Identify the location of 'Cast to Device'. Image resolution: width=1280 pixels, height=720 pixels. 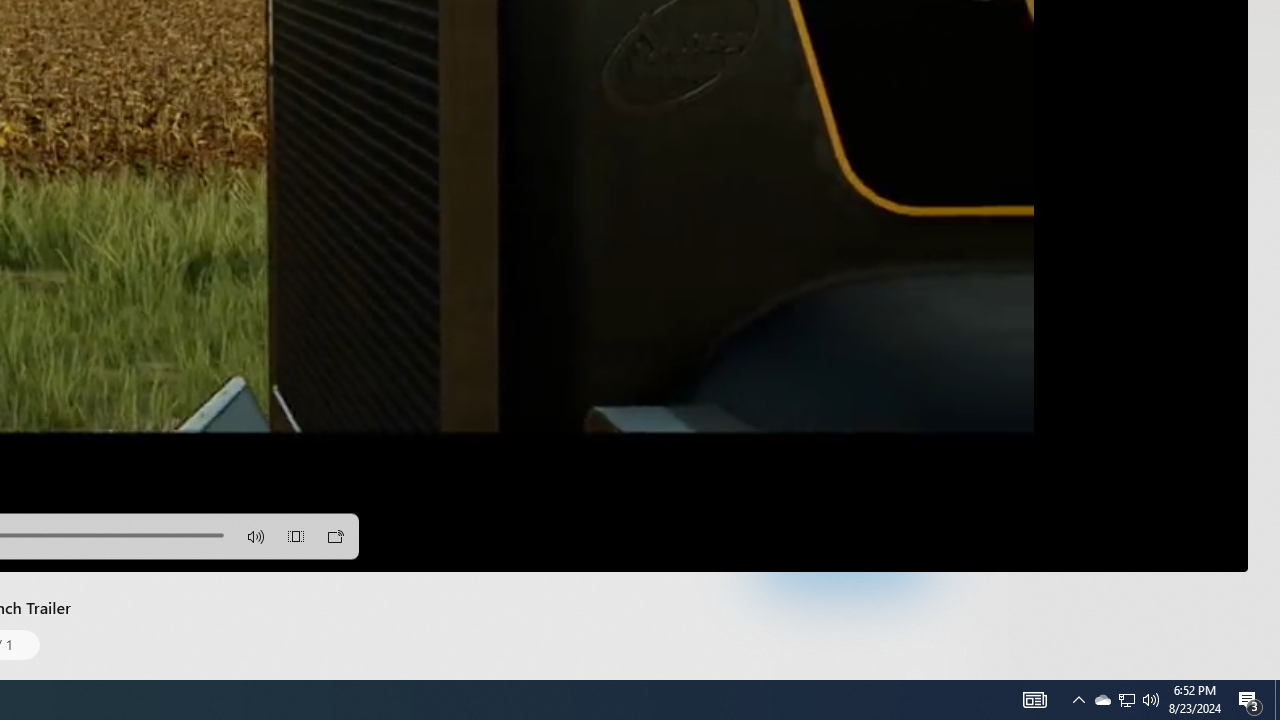
(336, 535).